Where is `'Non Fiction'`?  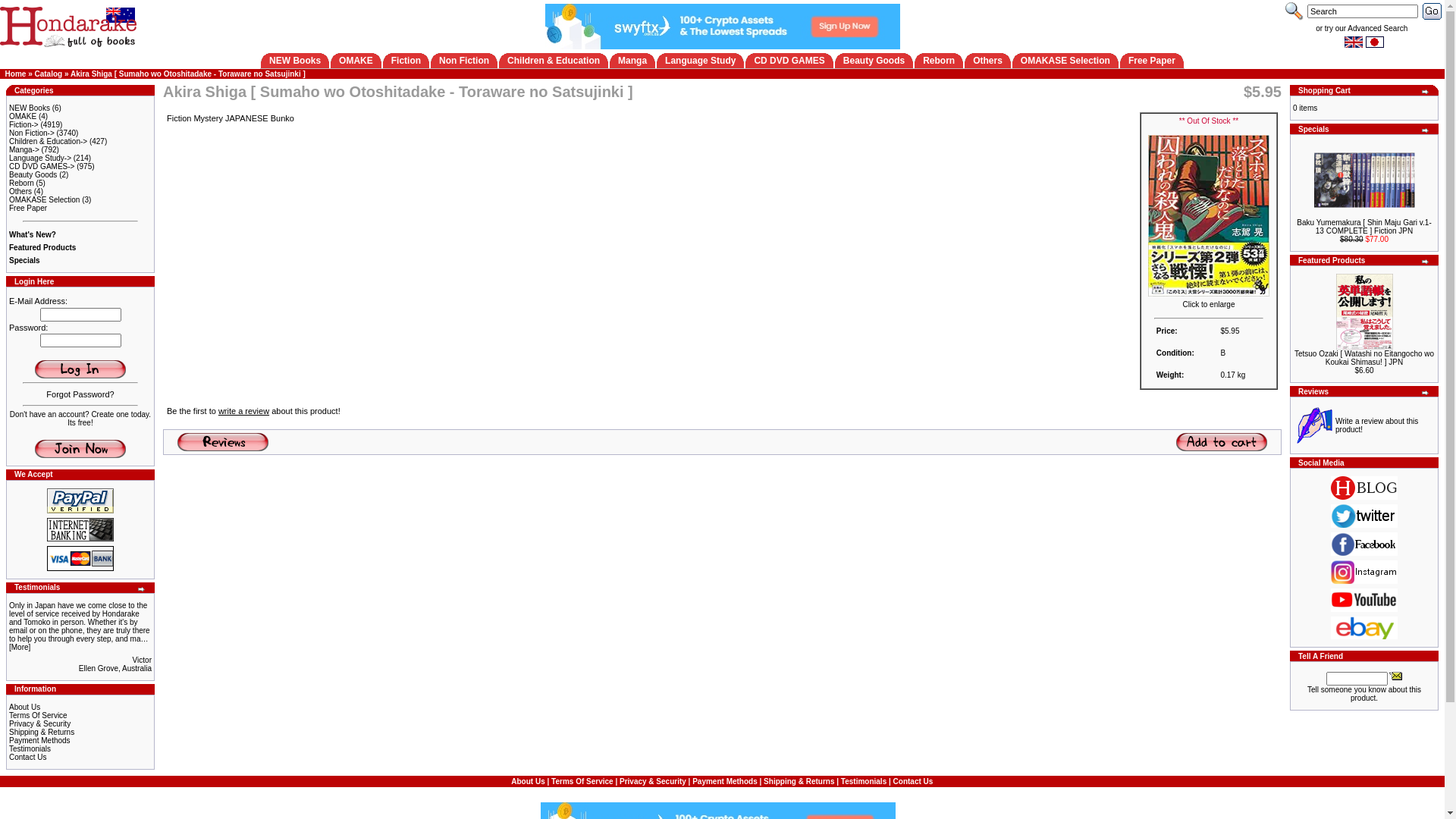
'Non Fiction' is located at coordinates (463, 60).